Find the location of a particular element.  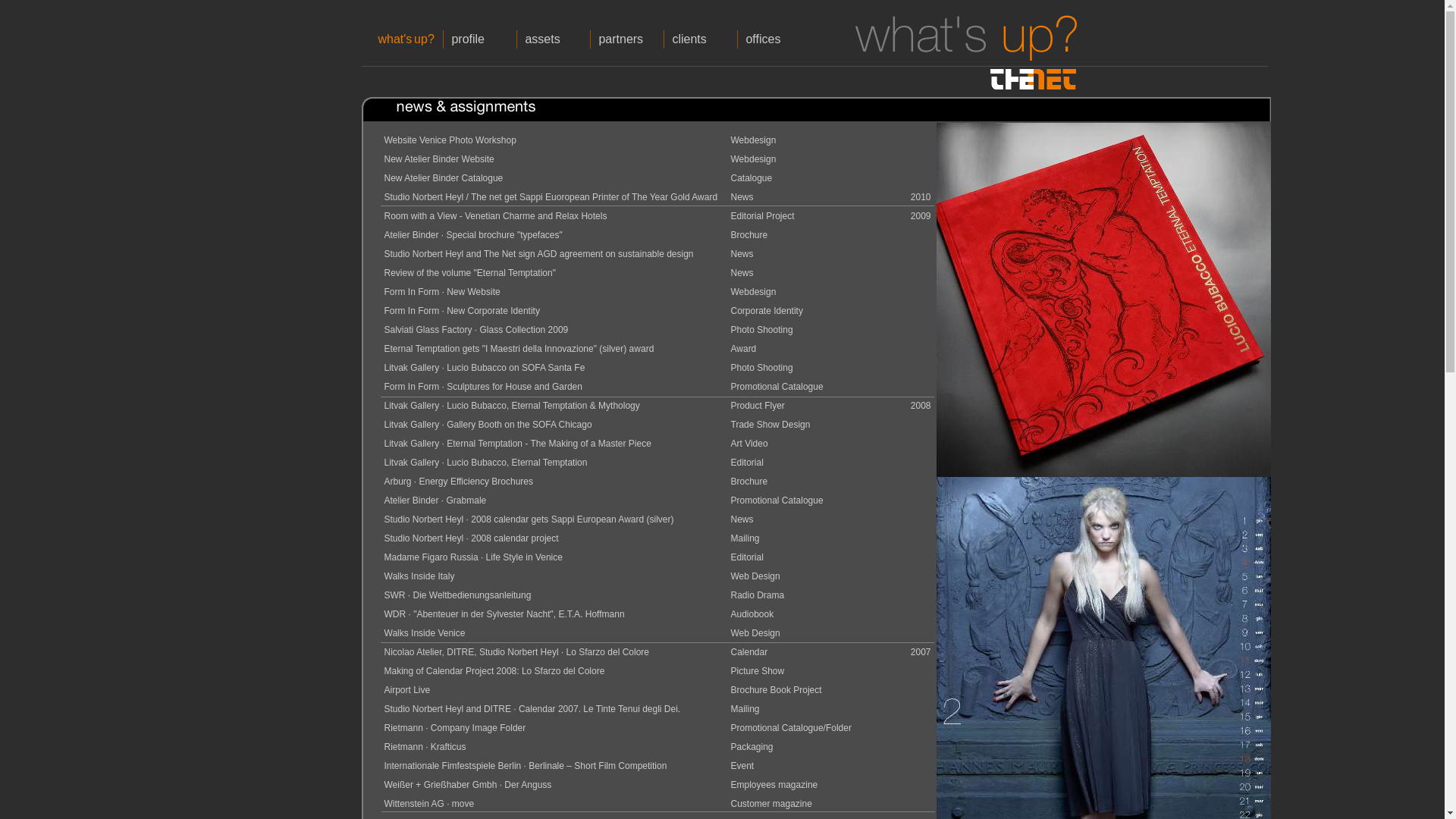

'partners' is located at coordinates (626, 38).